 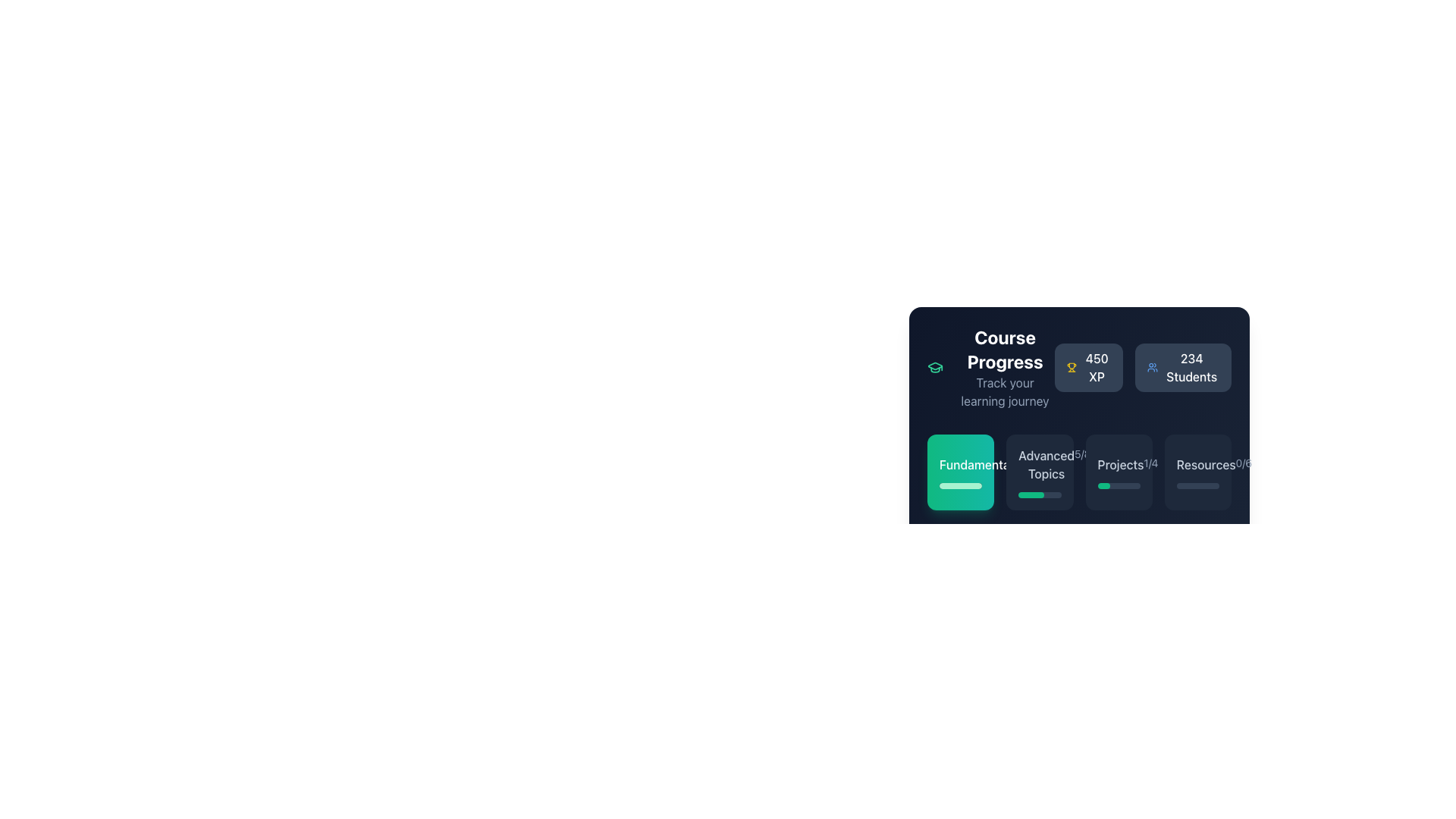 What do you see at coordinates (1121, 464) in the screenshot?
I see `text label displaying 'Projects', which is styled in a medium font weight and colored slate-gray, located in the progress section of the UI` at bounding box center [1121, 464].